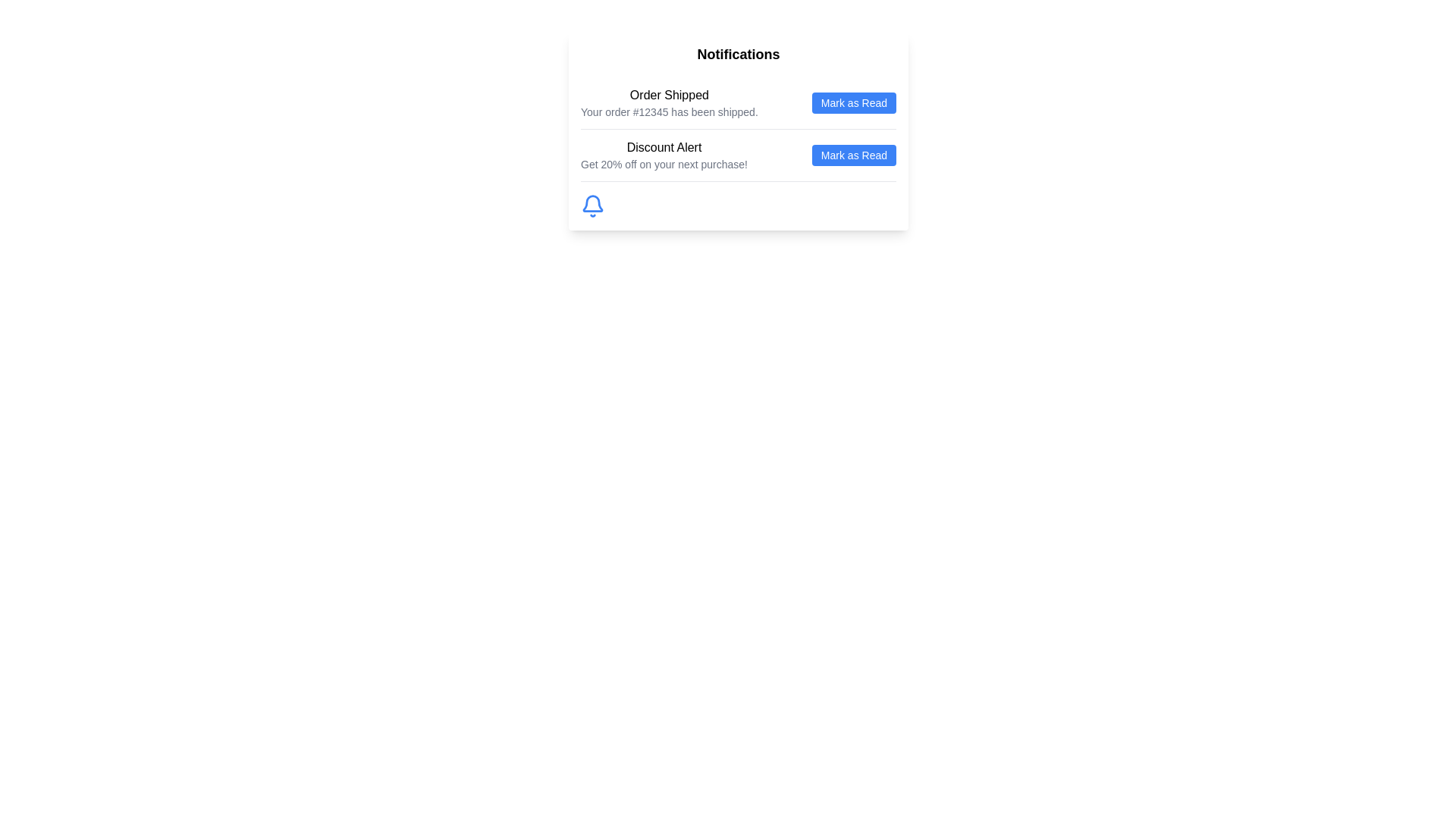 Image resolution: width=1456 pixels, height=819 pixels. Describe the element at coordinates (854, 155) in the screenshot. I see `the button that marks the corresponding notification as read, located adjacent to the notification message 'Get 20% off on your next purchase!'` at that location.